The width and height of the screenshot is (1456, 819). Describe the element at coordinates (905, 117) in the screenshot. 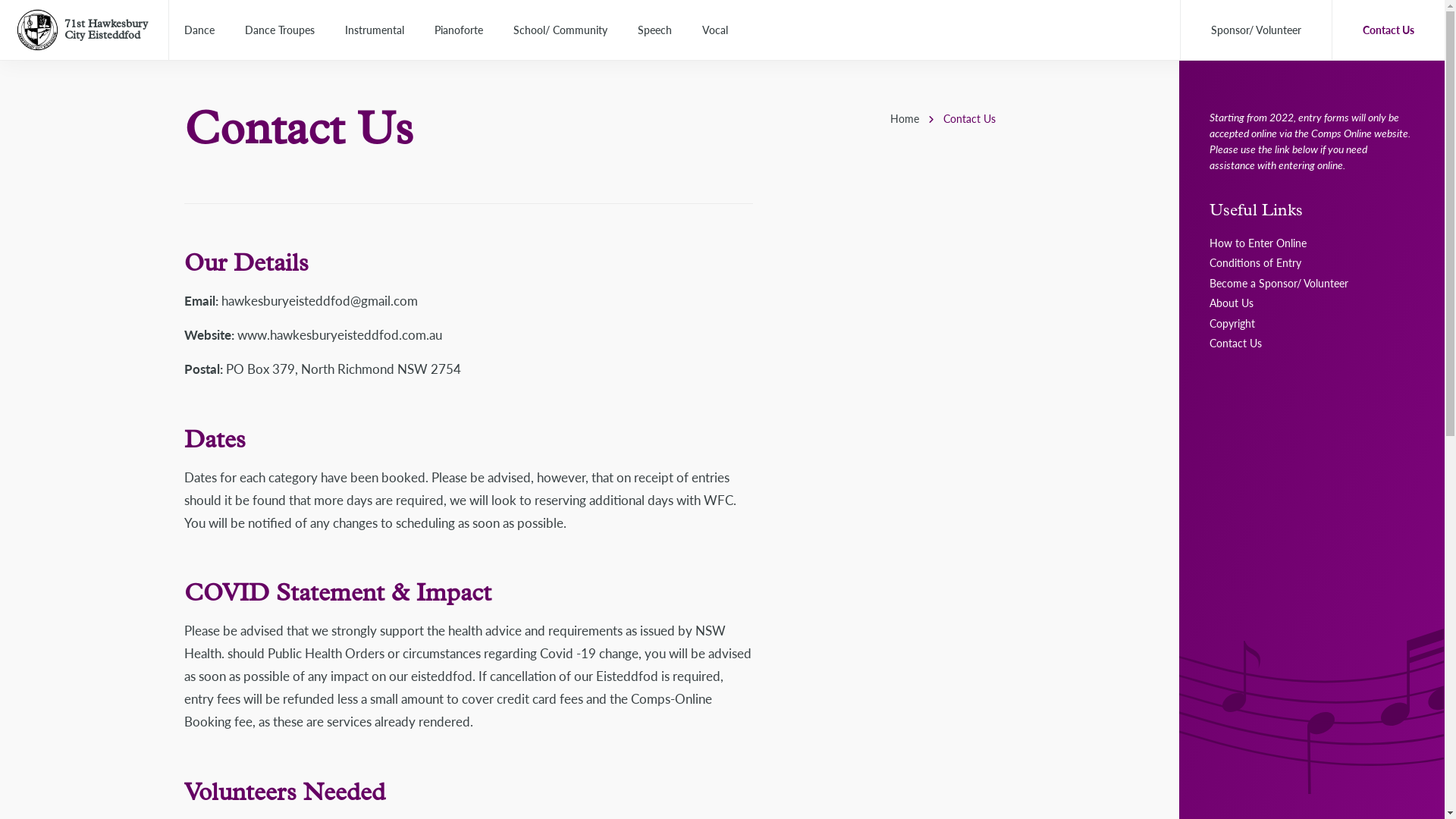

I see `'Home'` at that location.